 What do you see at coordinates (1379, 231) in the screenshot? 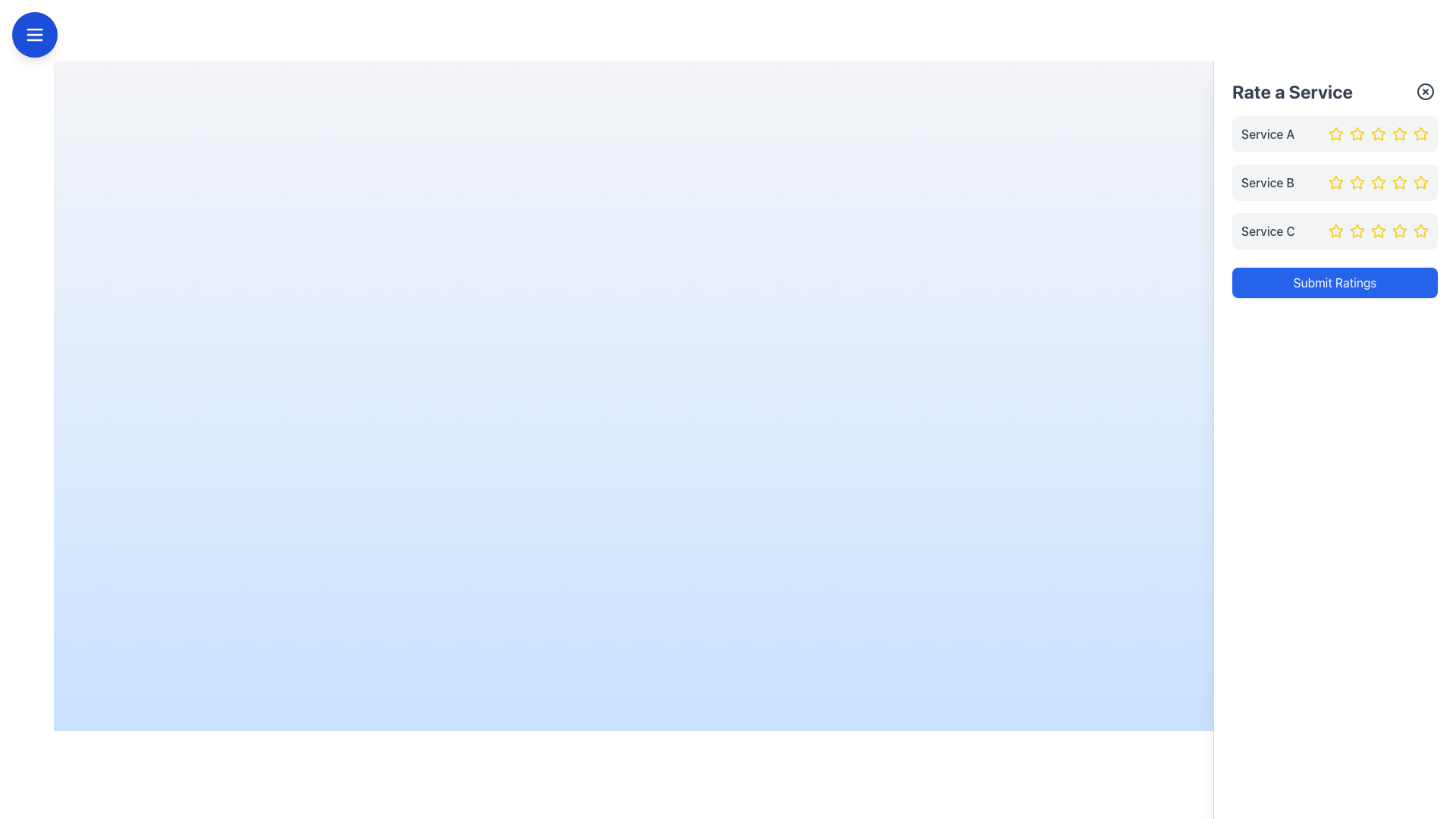
I see `the third star in the rating section for 'Service C'` at bounding box center [1379, 231].